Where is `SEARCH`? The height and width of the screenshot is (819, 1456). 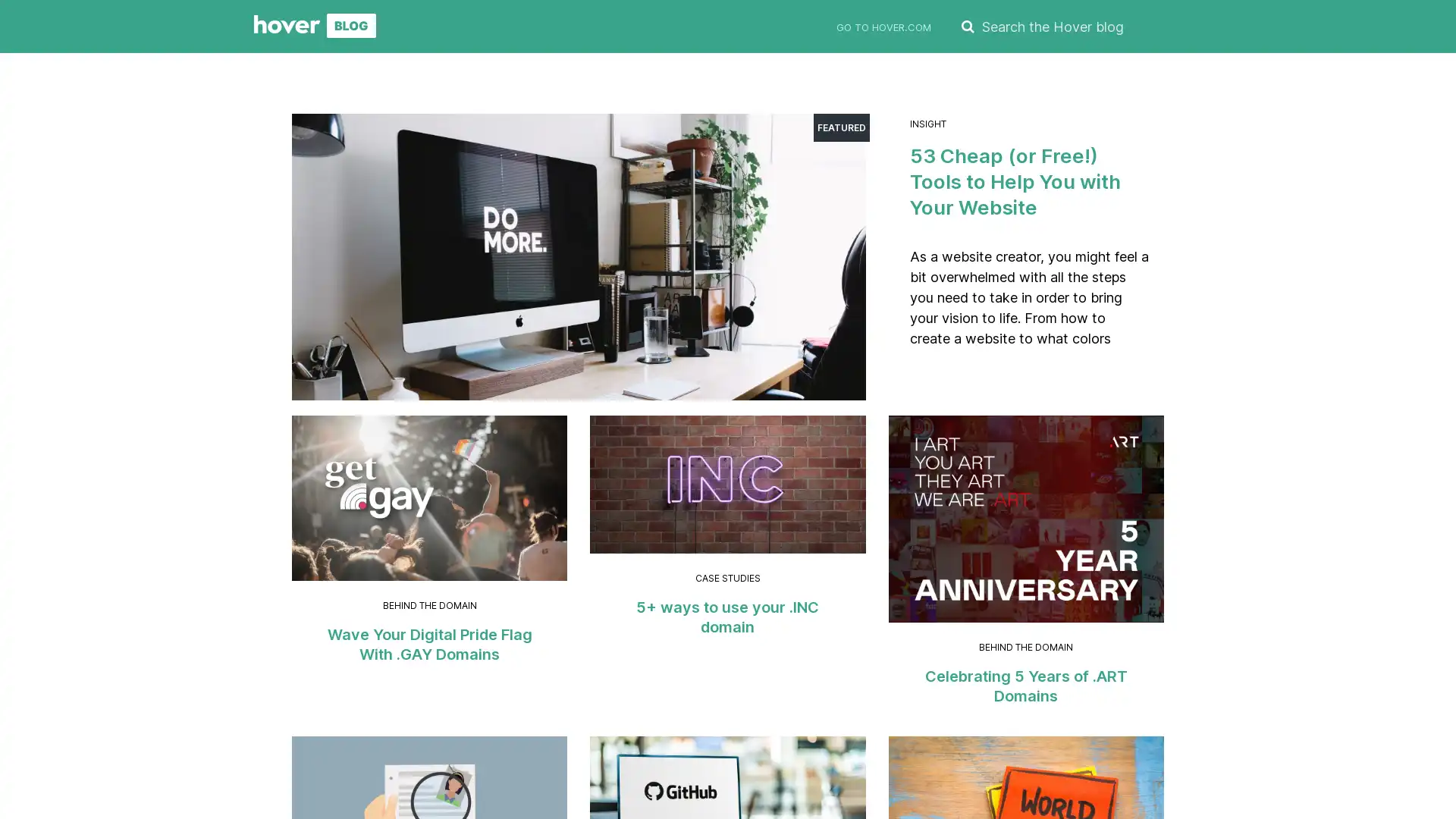
SEARCH is located at coordinates (967, 26).